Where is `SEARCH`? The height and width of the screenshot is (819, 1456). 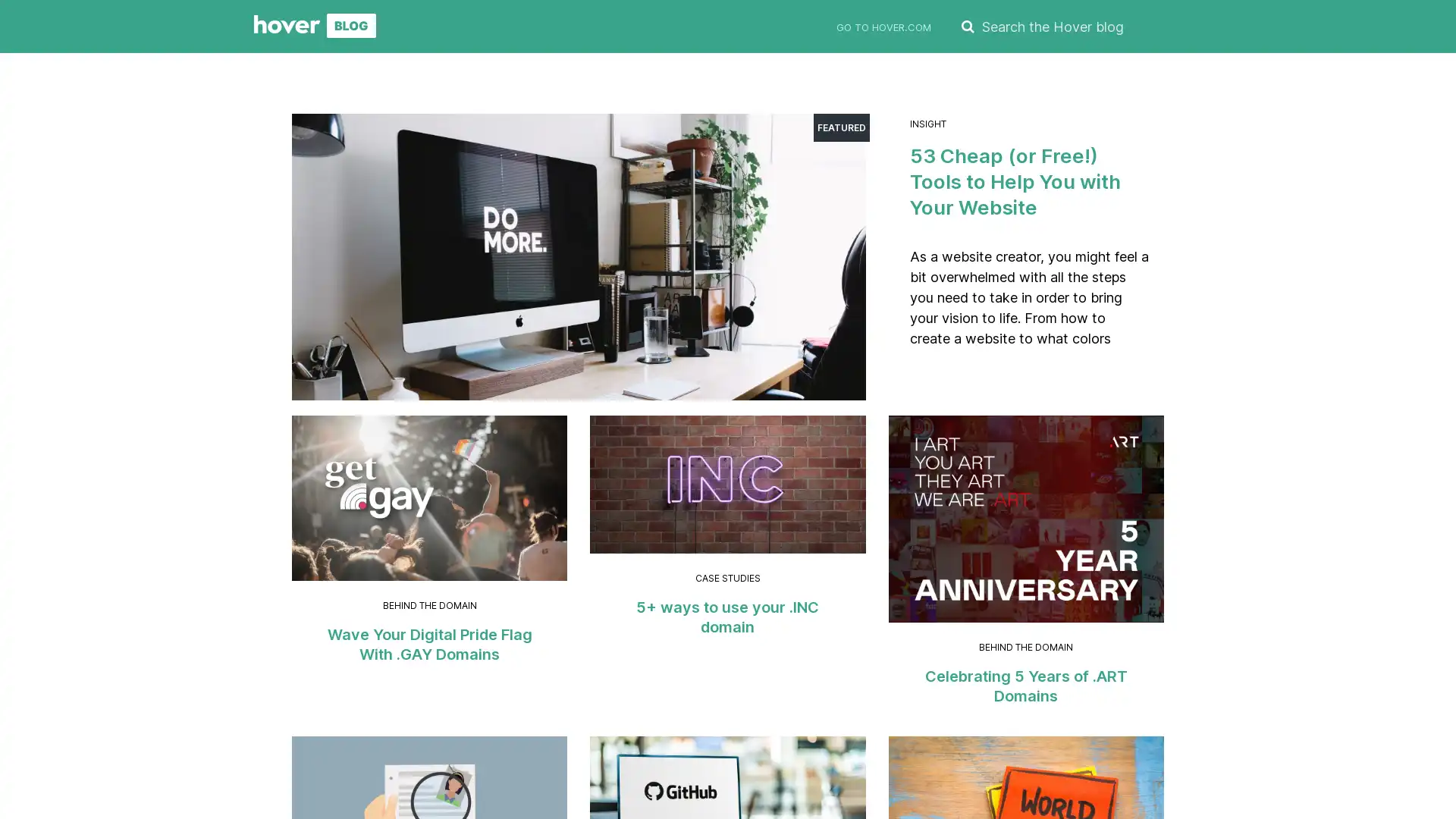
SEARCH is located at coordinates (967, 26).